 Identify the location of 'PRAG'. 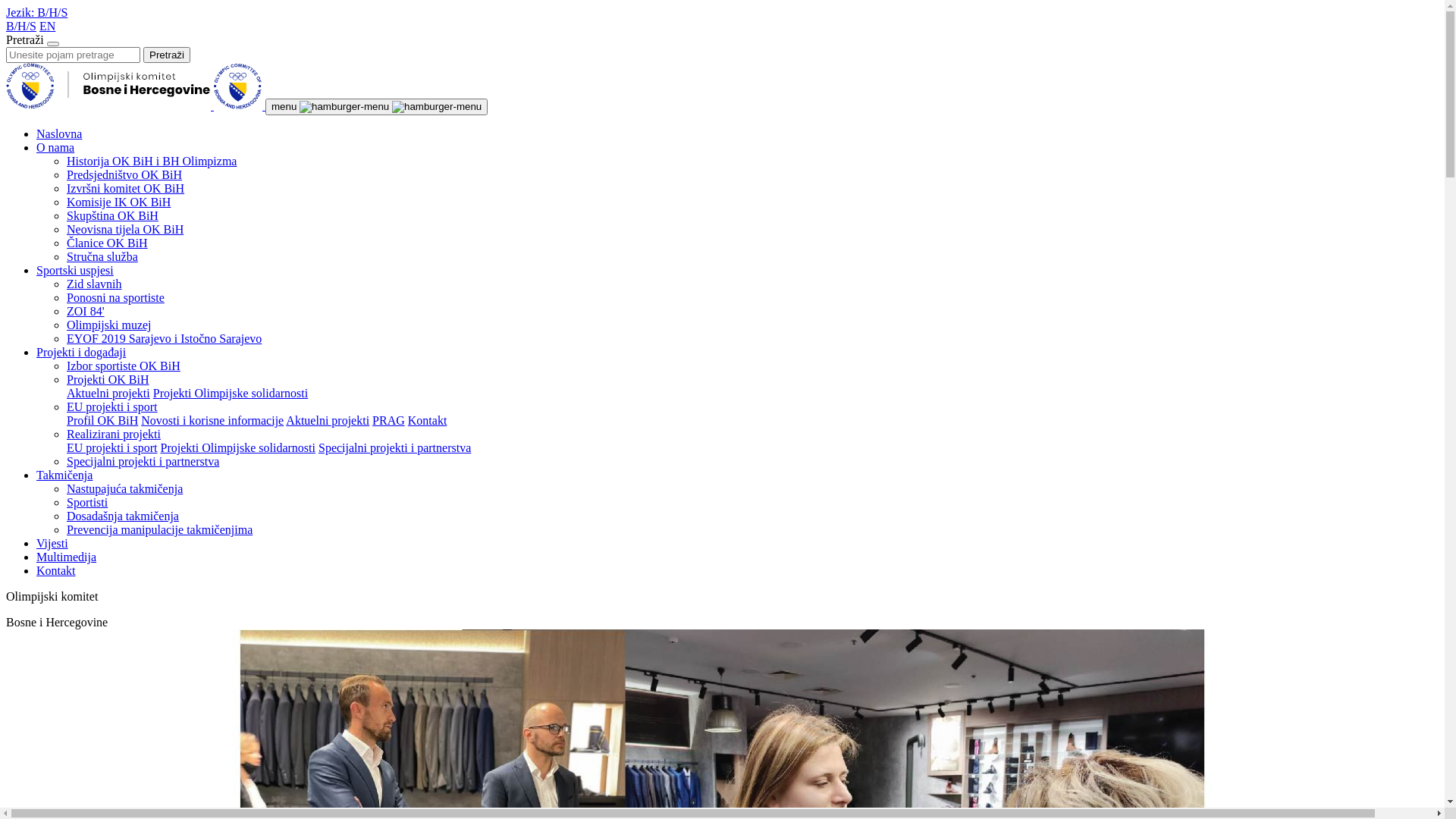
(388, 420).